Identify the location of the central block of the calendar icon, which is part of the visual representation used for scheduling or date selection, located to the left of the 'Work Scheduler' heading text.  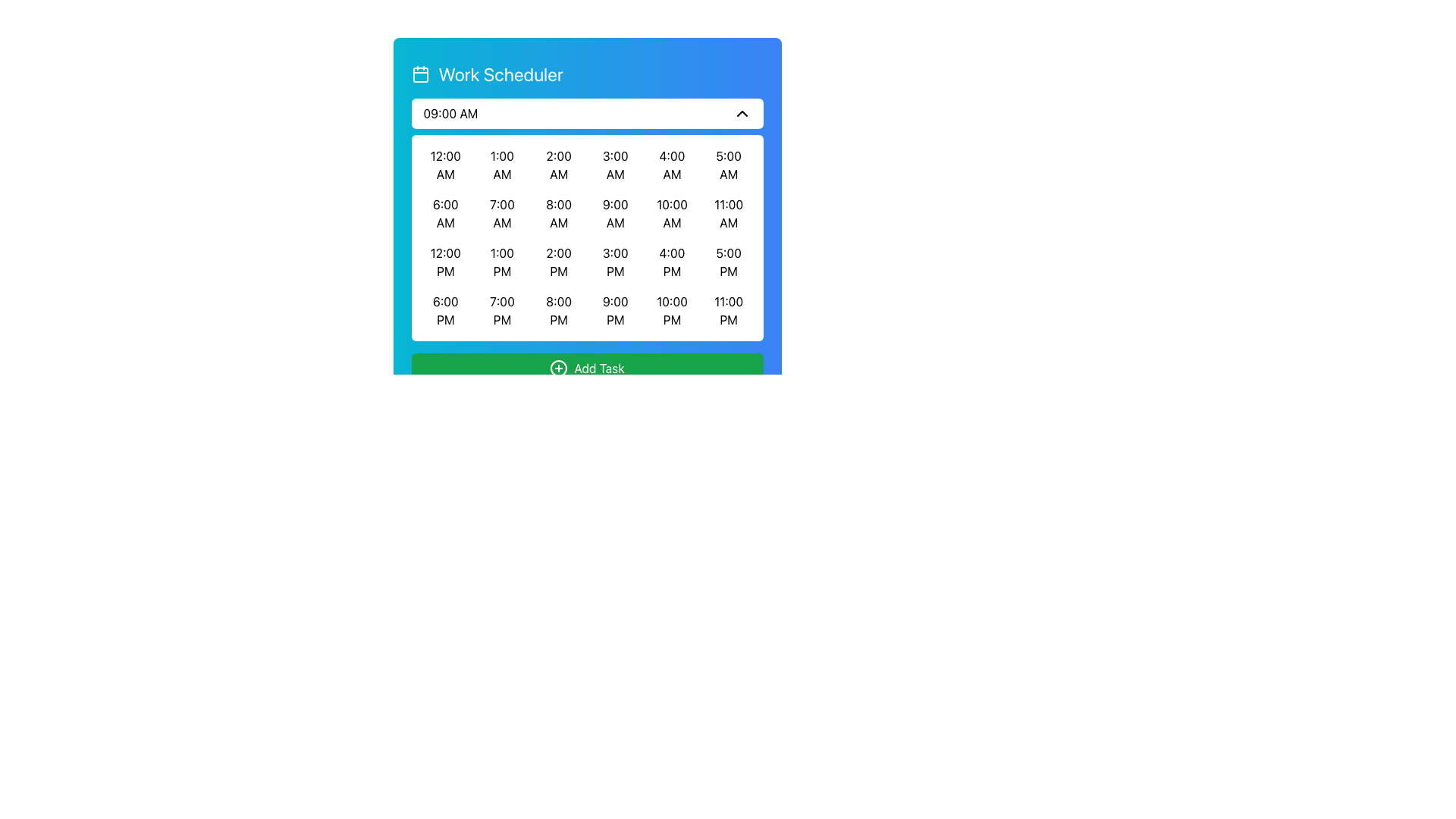
(420, 75).